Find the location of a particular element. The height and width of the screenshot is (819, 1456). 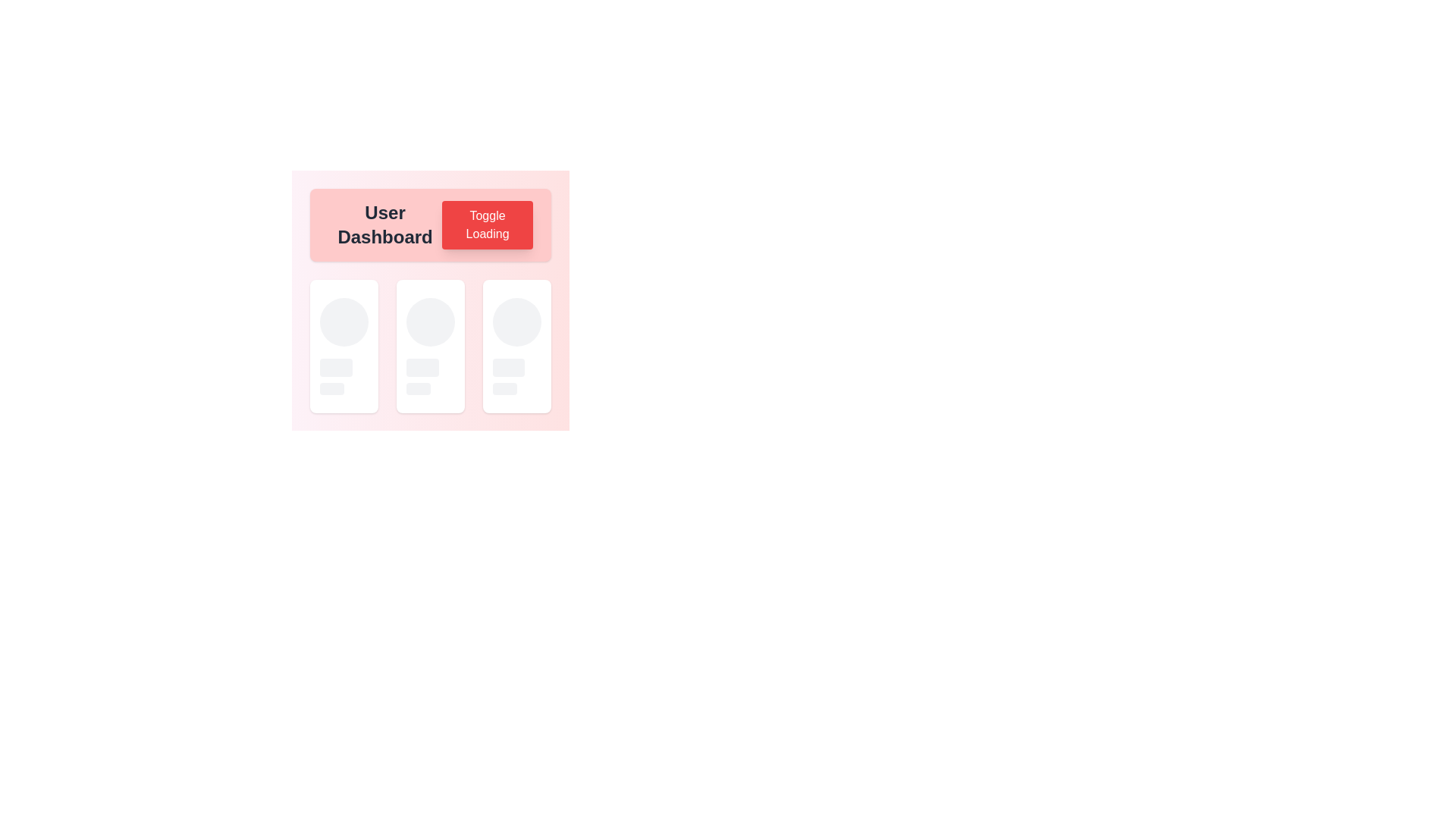

the decorative placeholder bar element, which is a gray rectangular bar with rounded corners positioned between a circular avatar and a smaller rectangular bar is located at coordinates (335, 368).